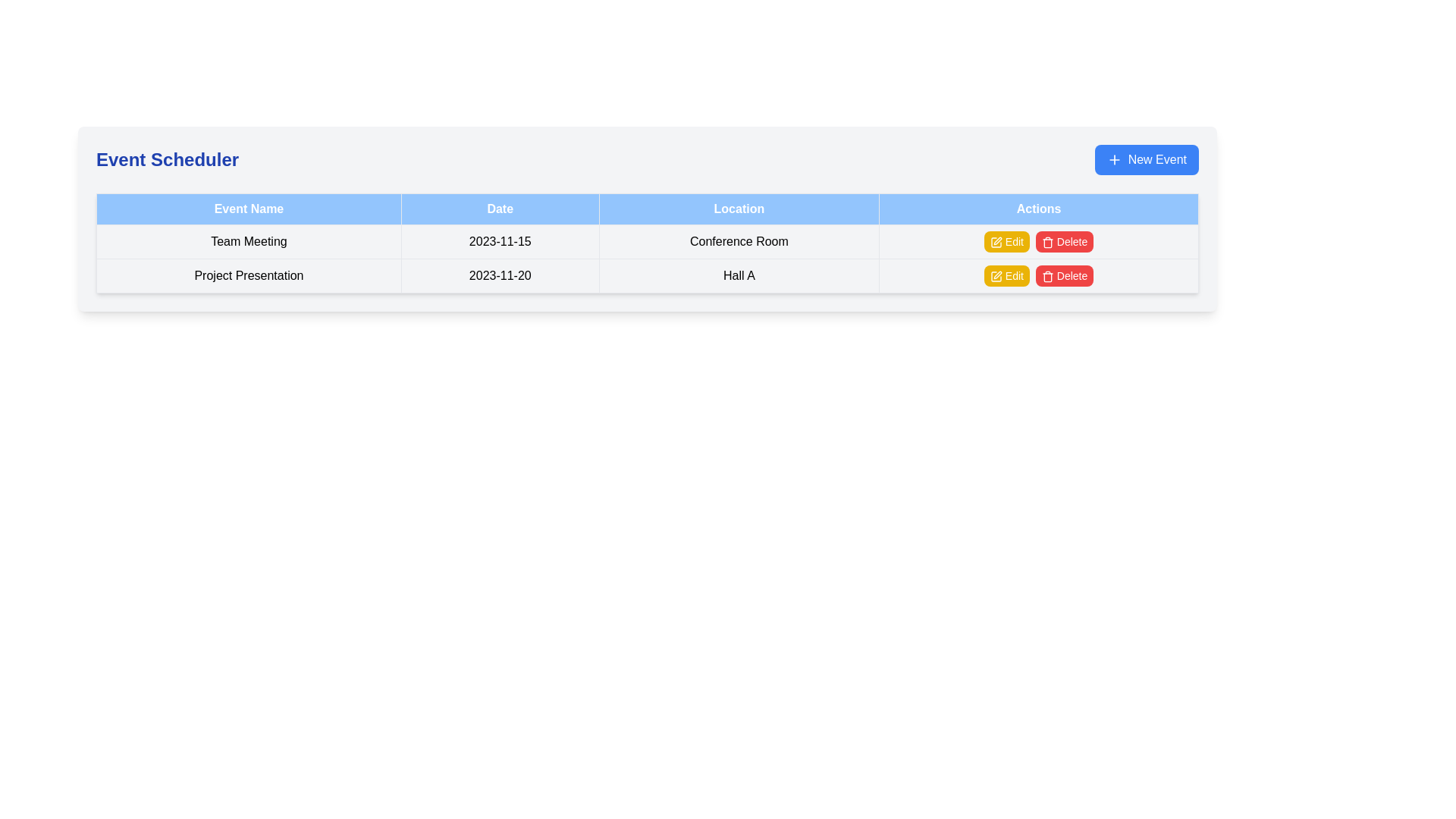 The width and height of the screenshot is (1456, 819). What do you see at coordinates (1037, 275) in the screenshot?
I see `the 'Edit' button, which is a yellow button with white text and a pen icon, located in the composite element containing both 'Edit' and 'Delete' buttons, aligned under the 'Actions' column of the 'Project Presentation' row` at bounding box center [1037, 275].